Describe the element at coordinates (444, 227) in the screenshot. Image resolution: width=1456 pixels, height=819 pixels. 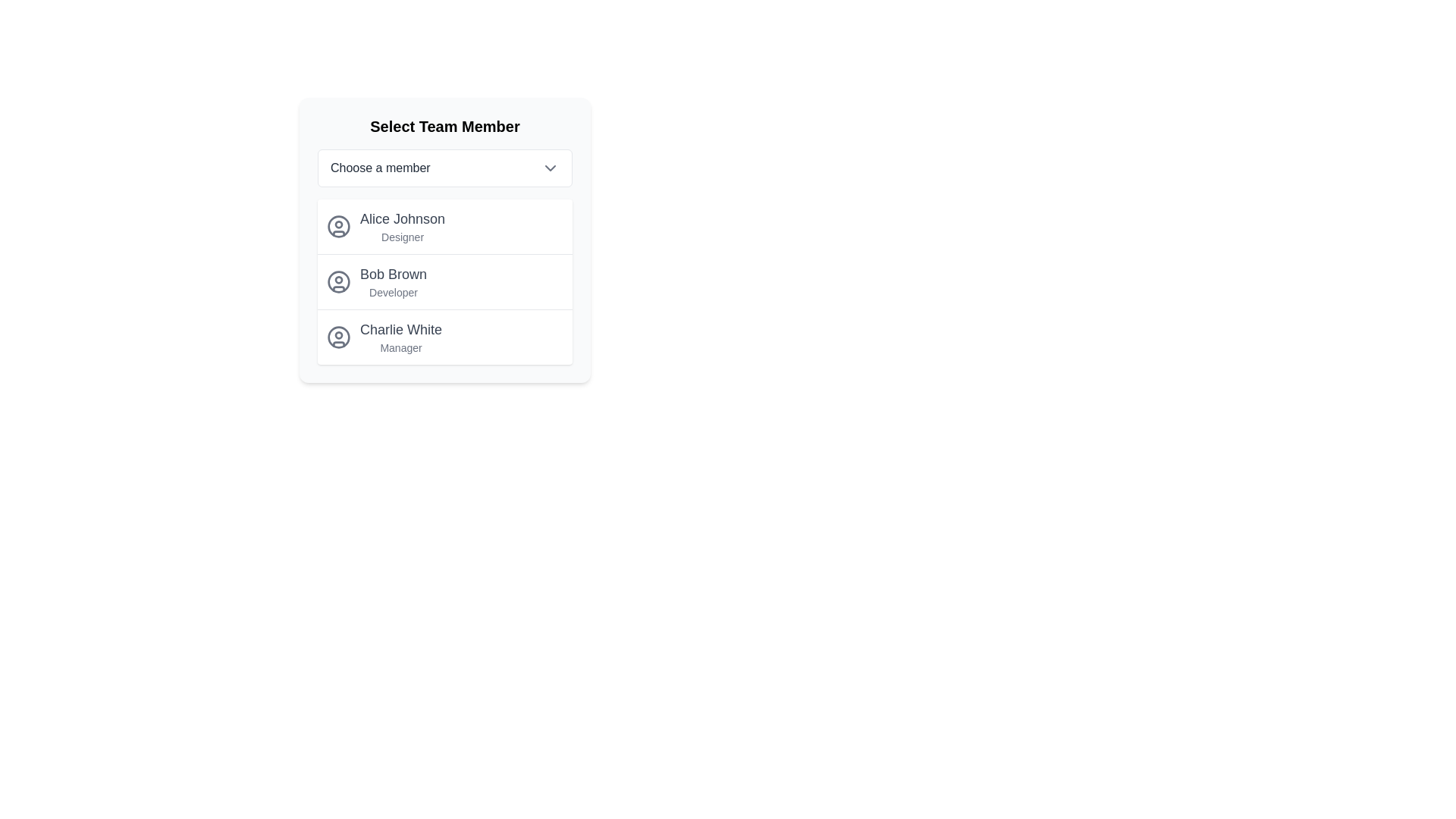
I see `the list item representing the team member named 'Alice Johnson'` at that location.